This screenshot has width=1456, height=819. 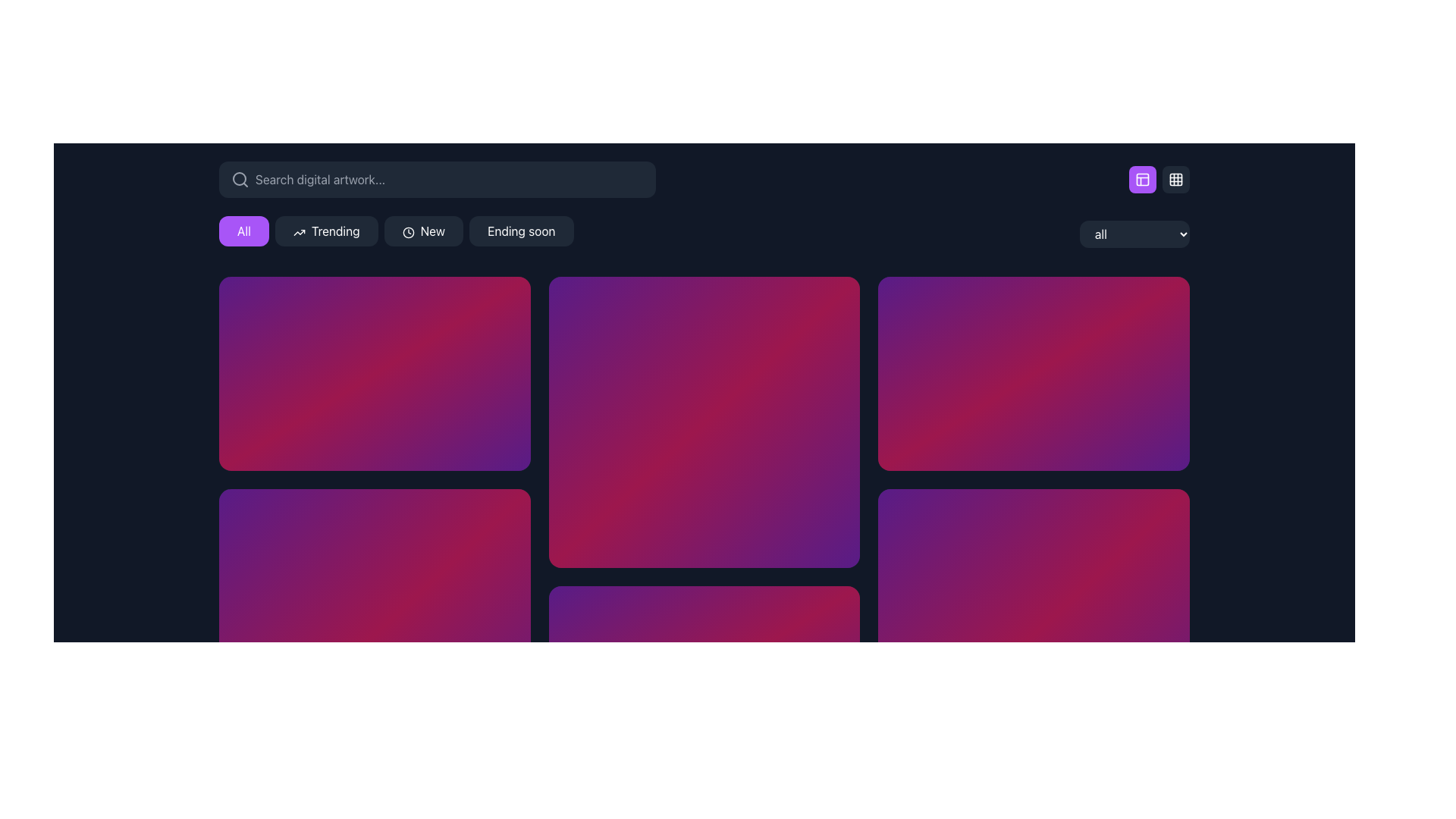 What do you see at coordinates (239, 177) in the screenshot?
I see `the outer circular part of the magnifying glass icon located to the left side of the search bar near the top of the interface` at bounding box center [239, 177].